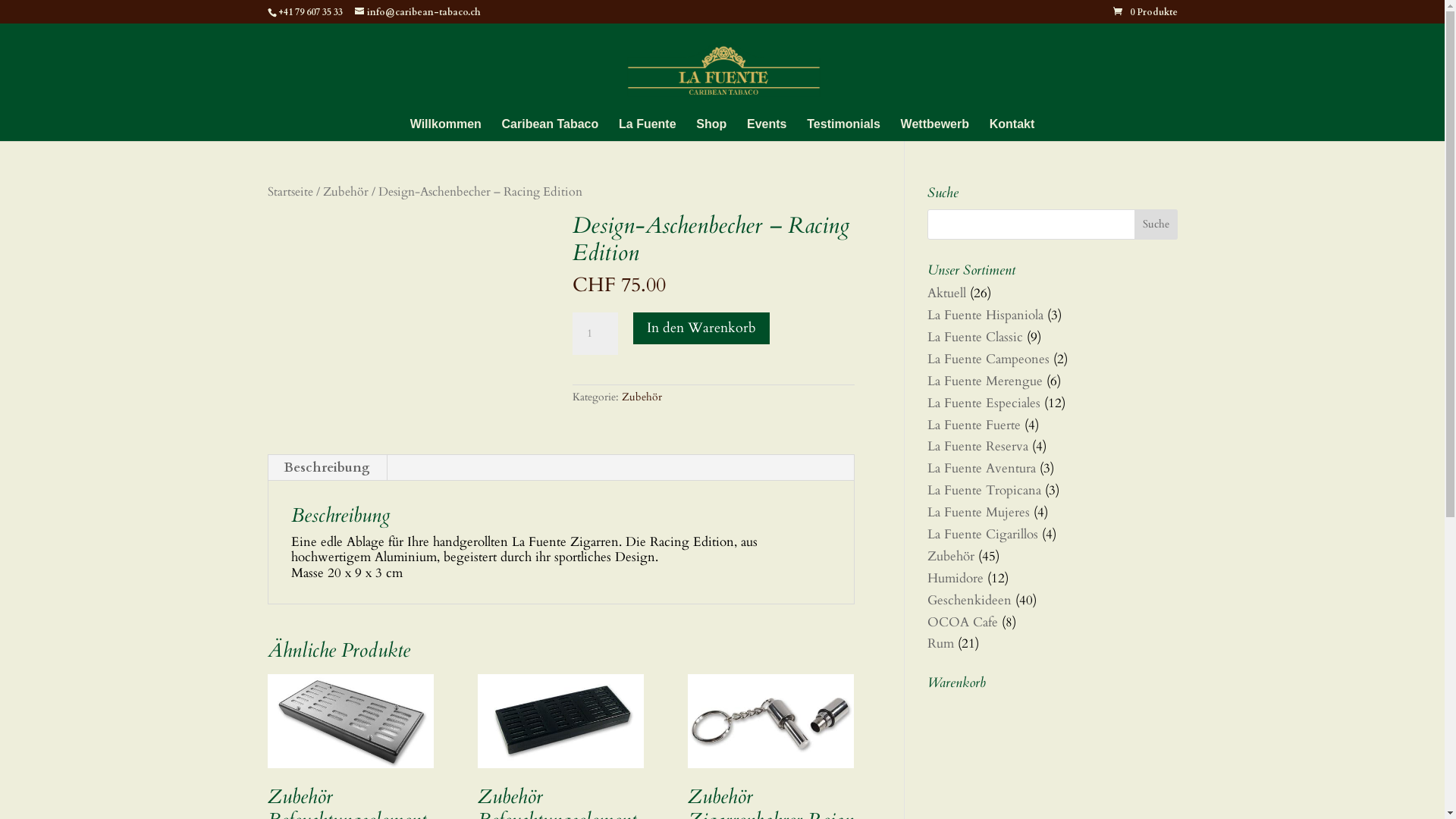 Image resolution: width=1456 pixels, height=819 pixels. Describe the element at coordinates (326, 467) in the screenshot. I see `'Beschreibung'` at that location.